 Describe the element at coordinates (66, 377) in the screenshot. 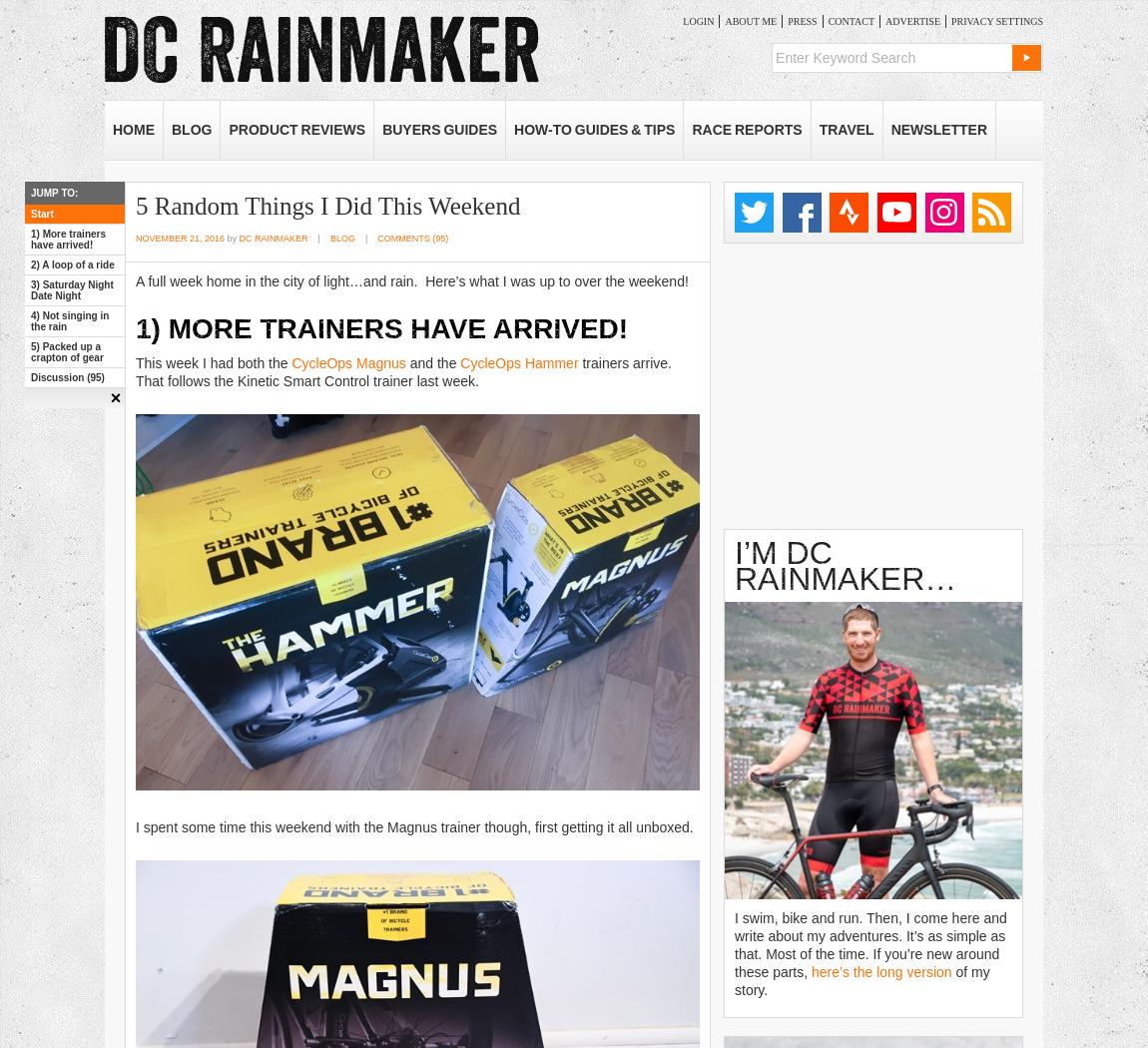

I see `'Discussion (95)'` at that location.